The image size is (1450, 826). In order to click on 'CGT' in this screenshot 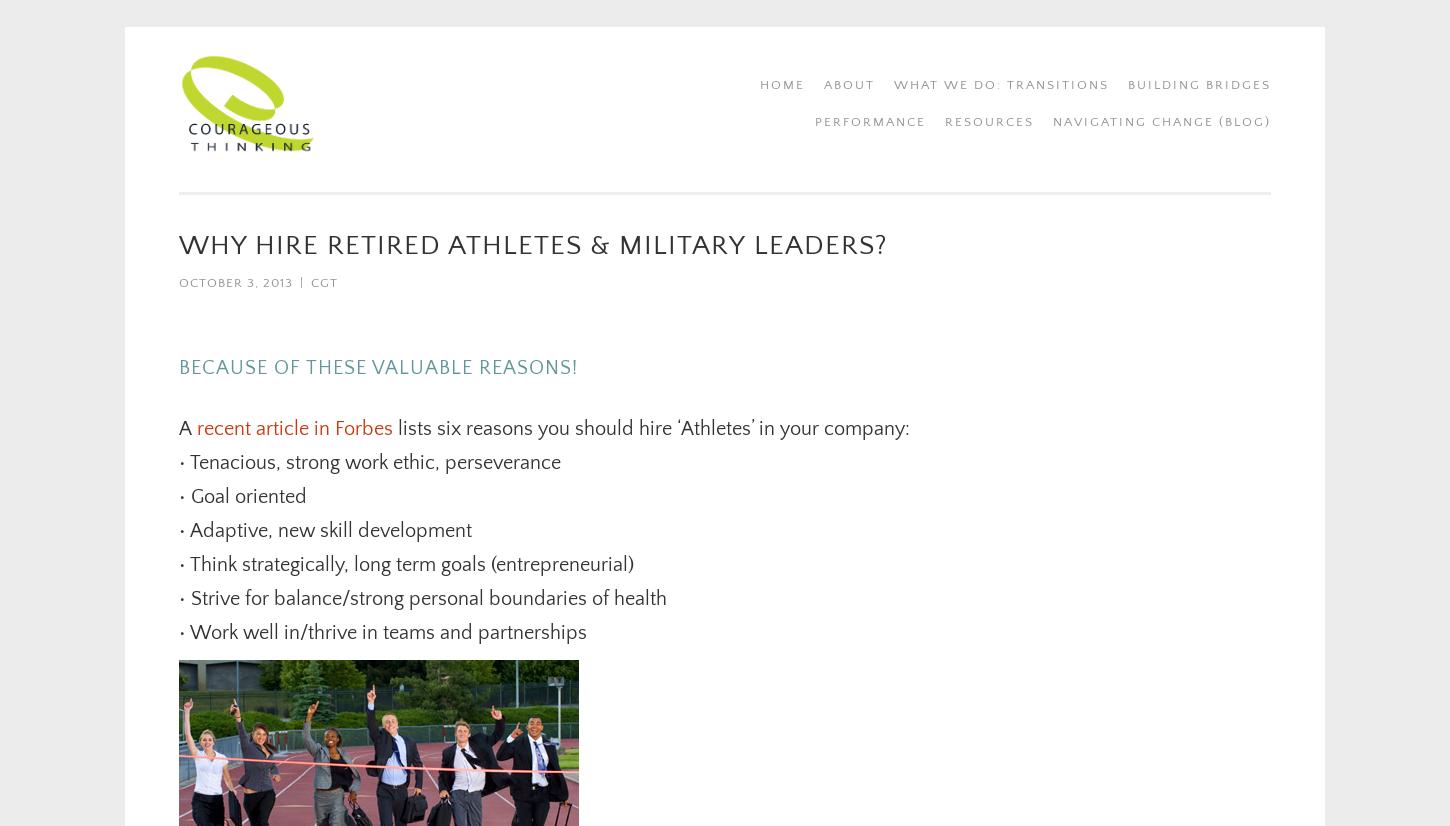, I will do `click(324, 281)`.